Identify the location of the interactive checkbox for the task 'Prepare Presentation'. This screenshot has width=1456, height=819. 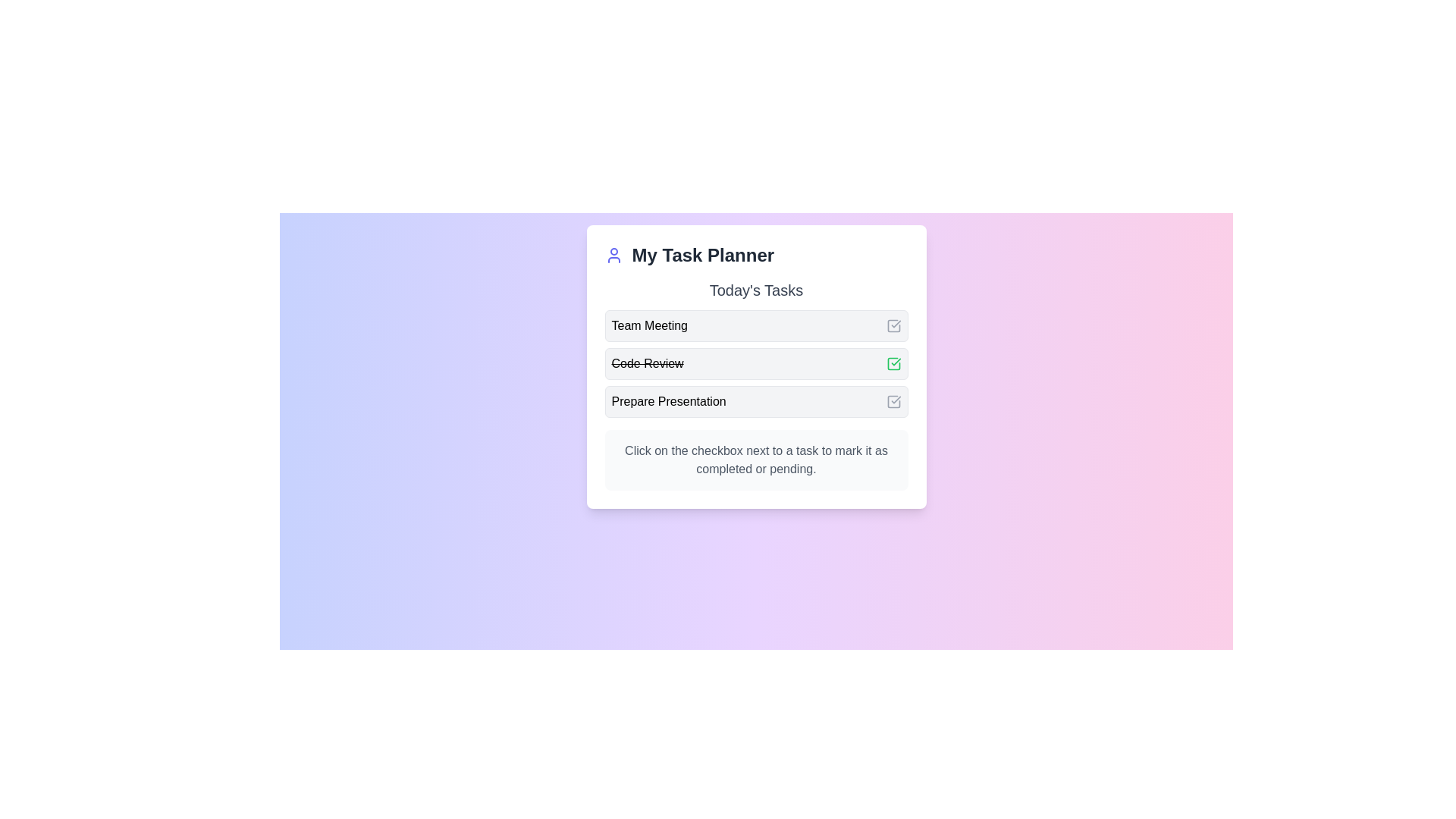
(893, 400).